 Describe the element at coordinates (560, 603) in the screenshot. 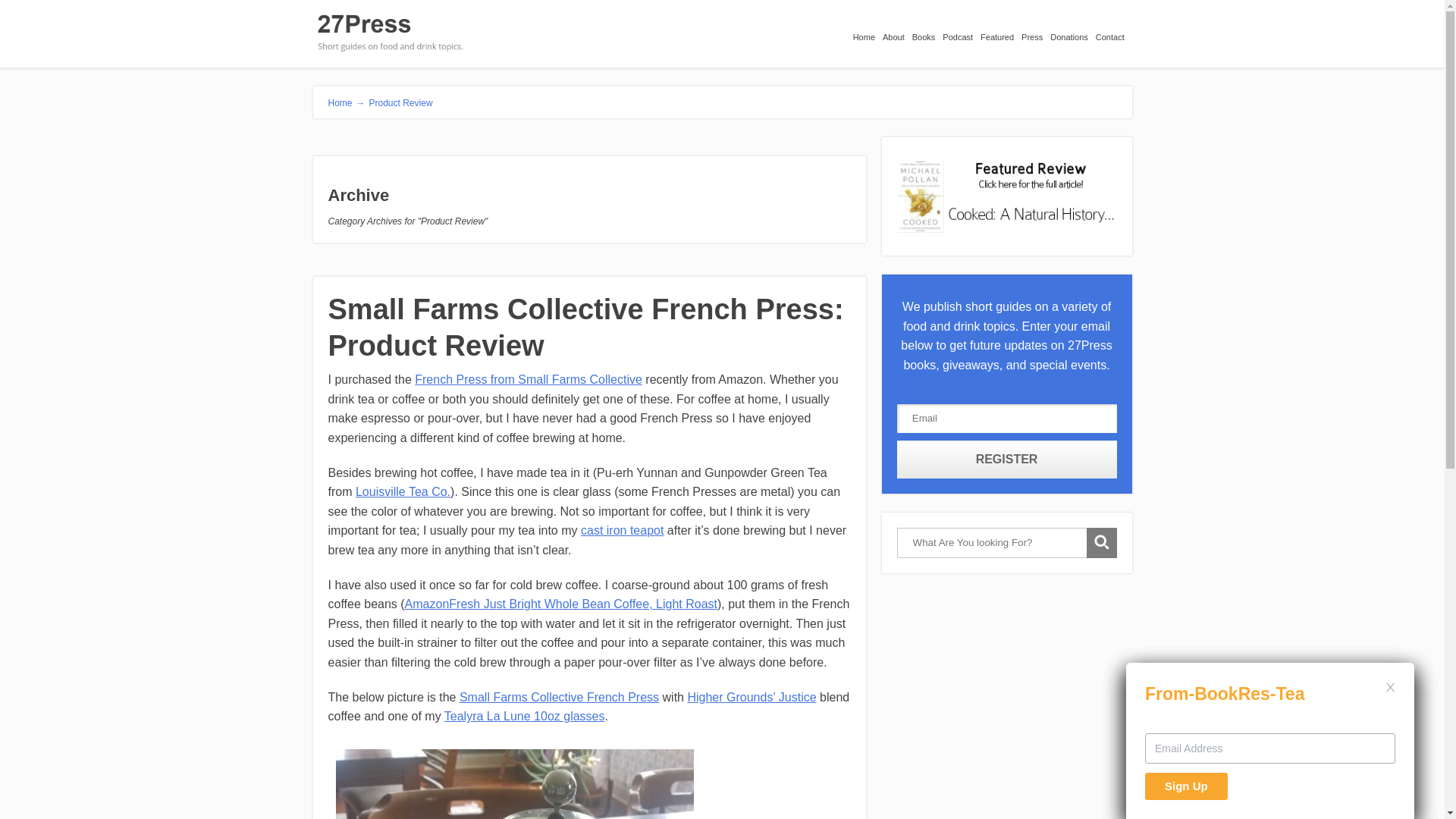

I see `'AmazonFresh Just Bright Whole Bean Coffee, Light Roast'` at that location.